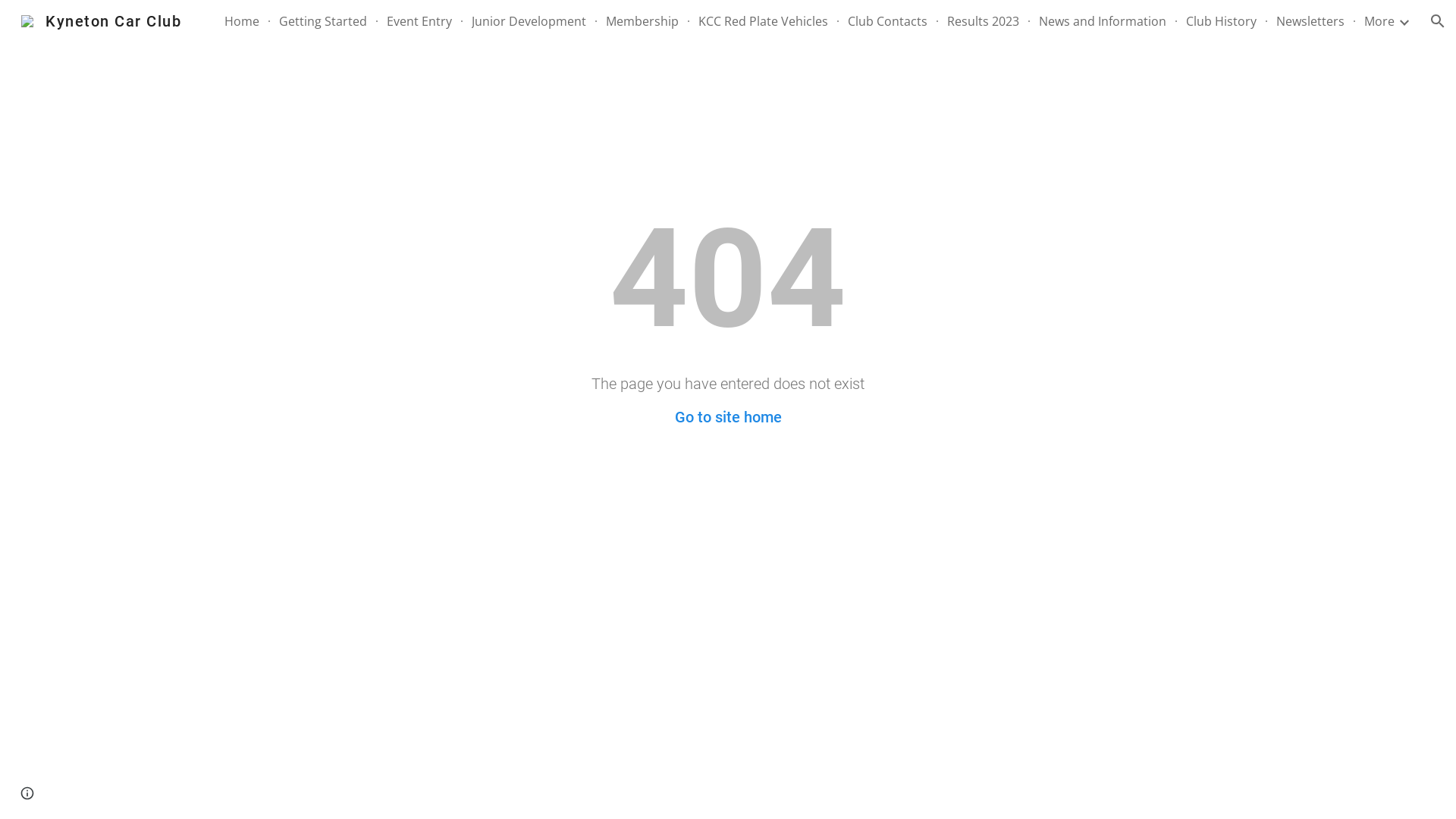 Image resolution: width=1456 pixels, height=819 pixels. Describe the element at coordinates (642, 20) in the screenshot. I see `'Membership'` at that location.